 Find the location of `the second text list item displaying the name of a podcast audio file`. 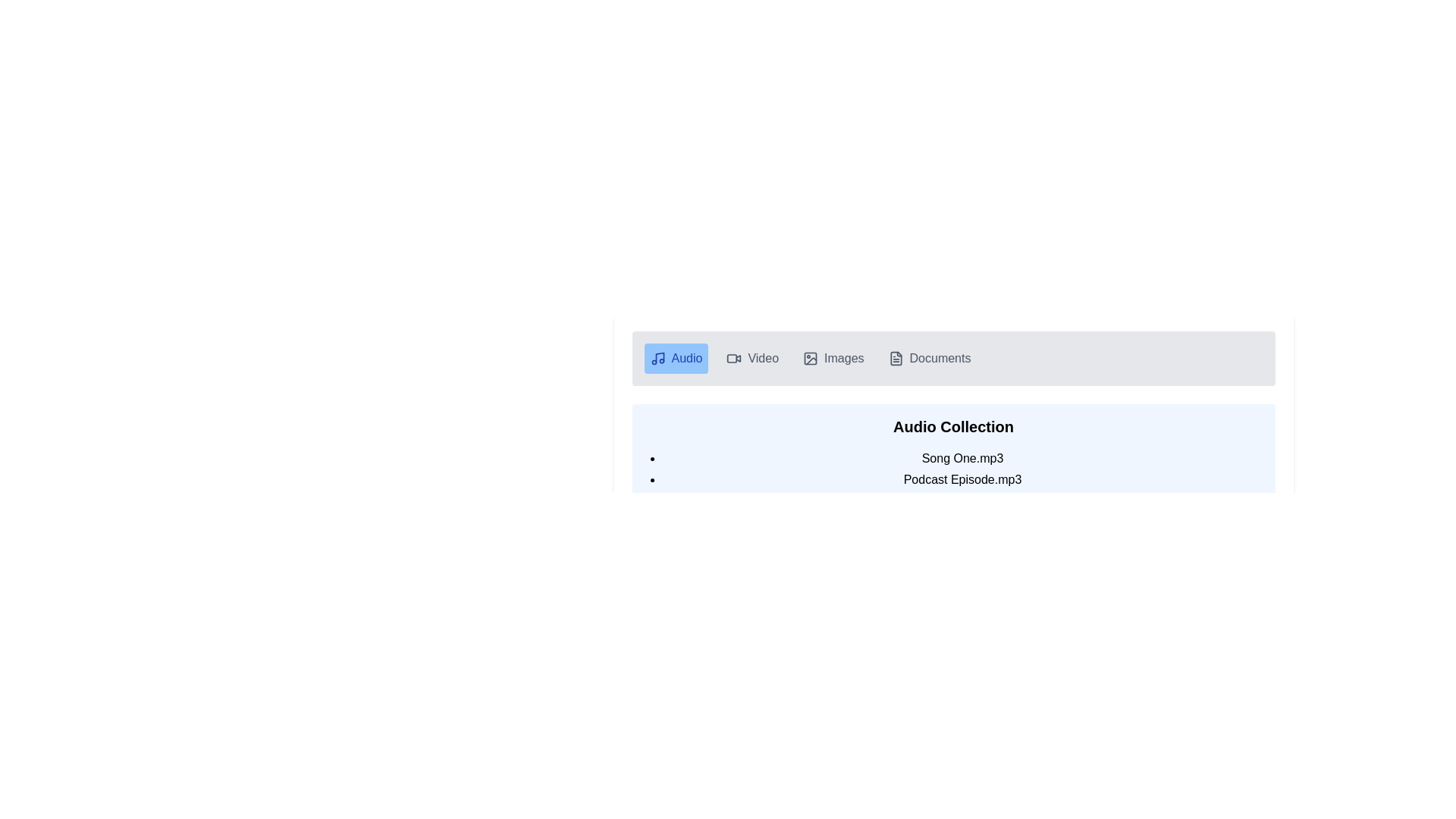

the second text list item displaying the name of a podcast audio file is located at coordinates (962, 479).